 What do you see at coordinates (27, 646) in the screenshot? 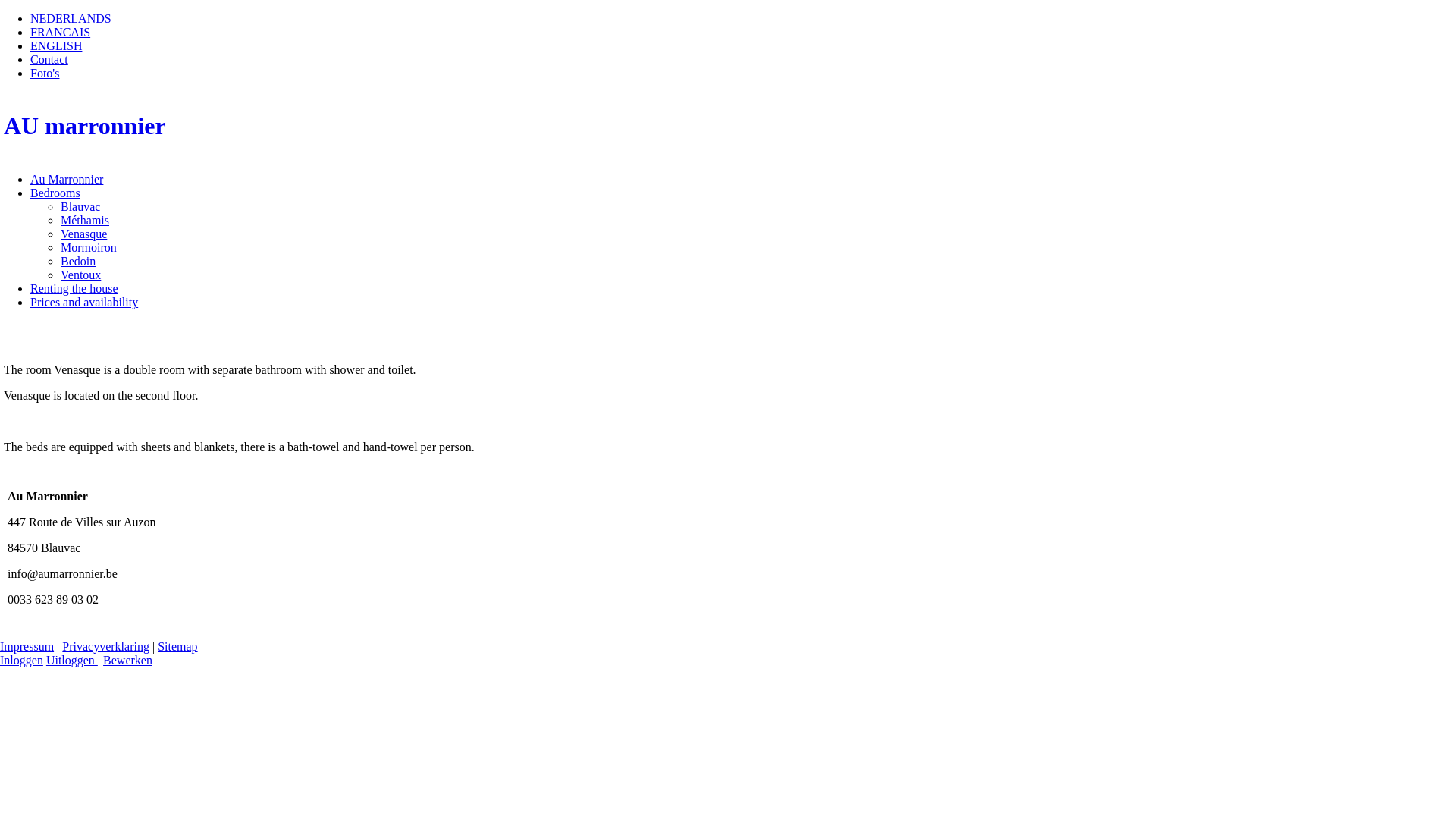
I see `'Impressum'` at bounding box center [27, 646].